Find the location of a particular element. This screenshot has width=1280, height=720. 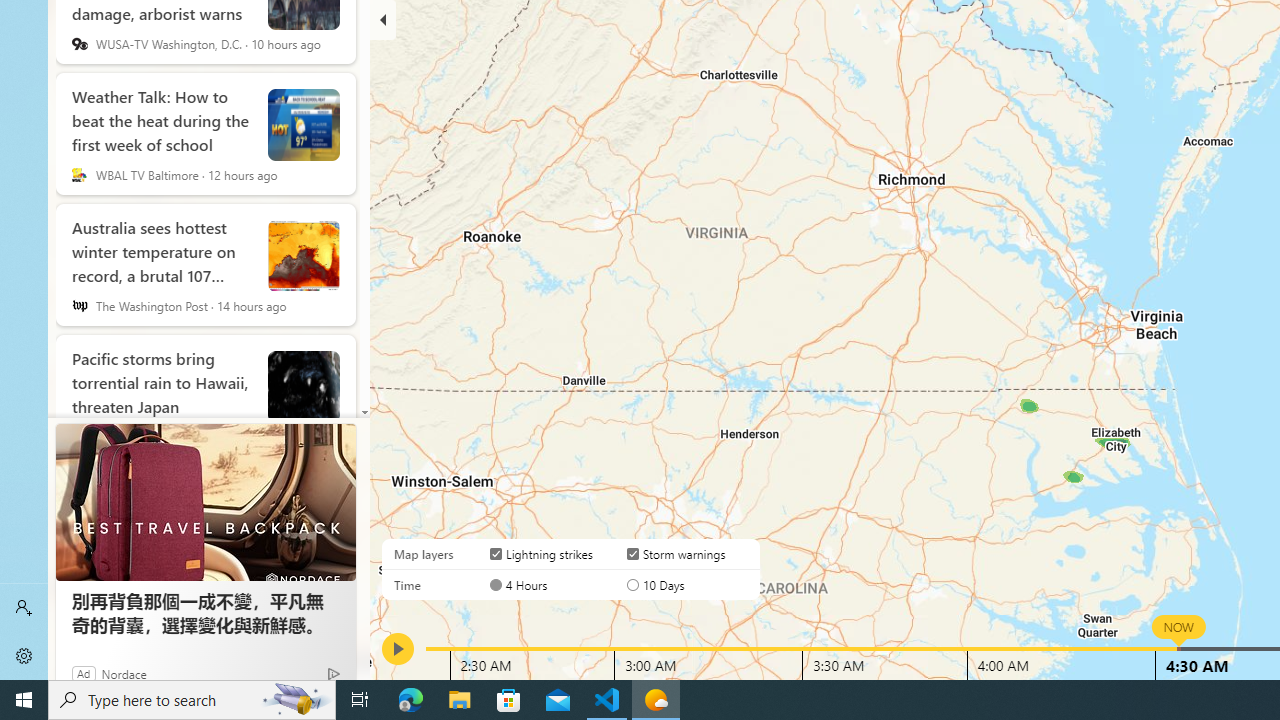

'Start' is located at coordinates (24, 698).